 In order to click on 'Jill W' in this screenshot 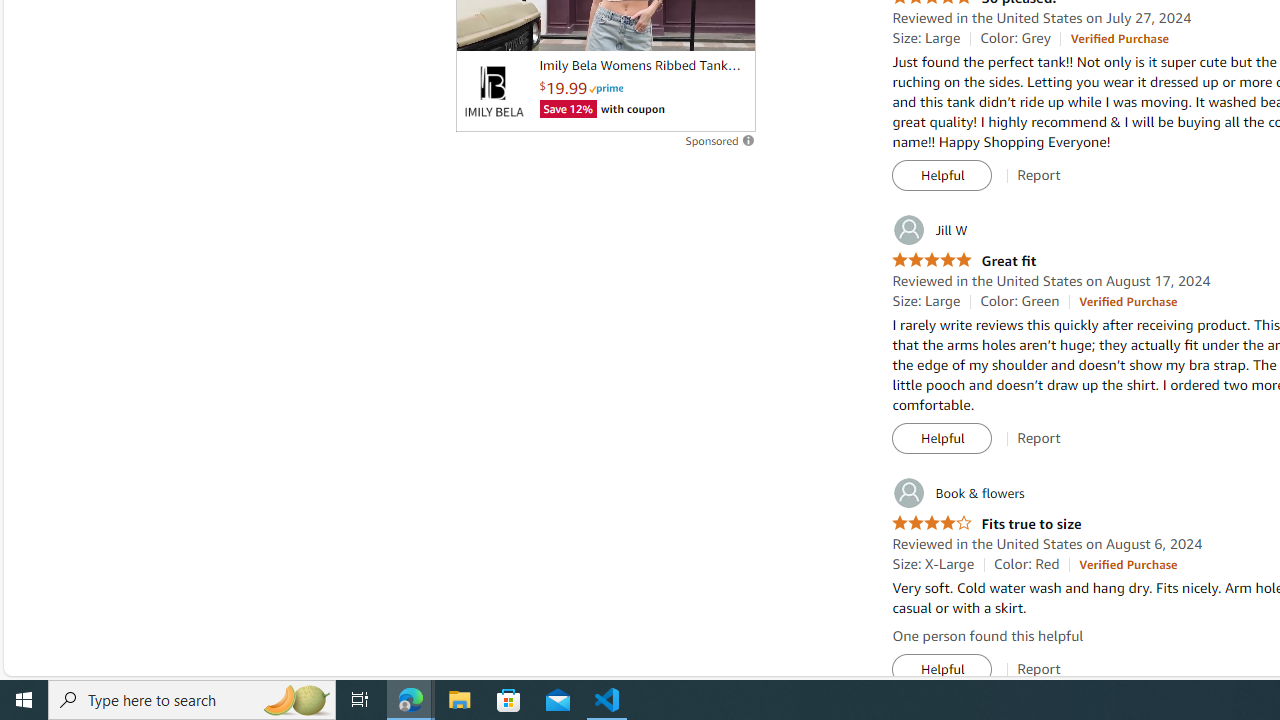, I will do `click(928, 229)`.